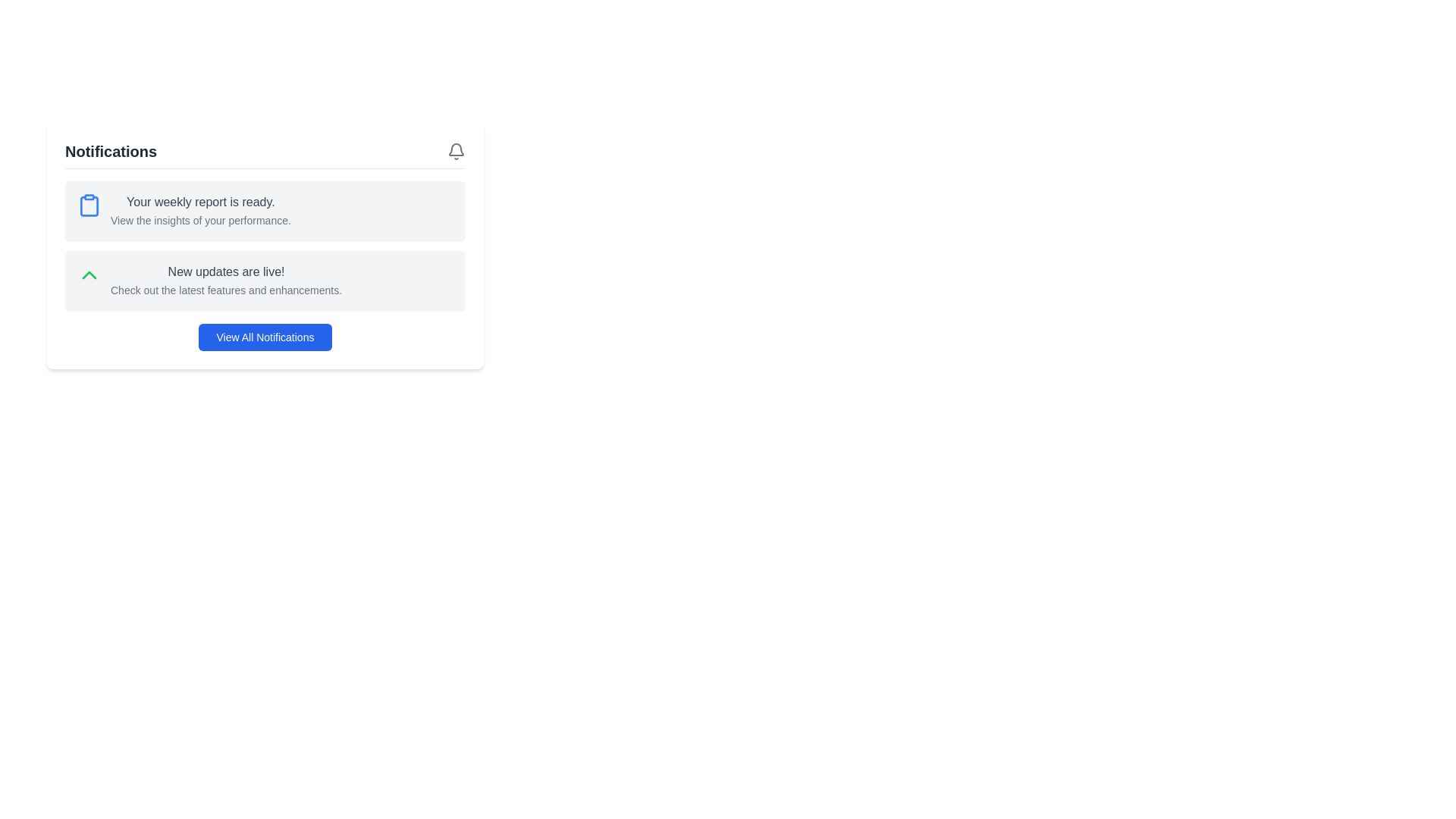 This screenshot has height=819, width=1456. What do you see at coordinates (199, 201) in the screenshot?
I see `the static text element that says 'Your weekly report is ready.' located in the first notification card in the 'Notifications' section` at bounding box center [199, 201].